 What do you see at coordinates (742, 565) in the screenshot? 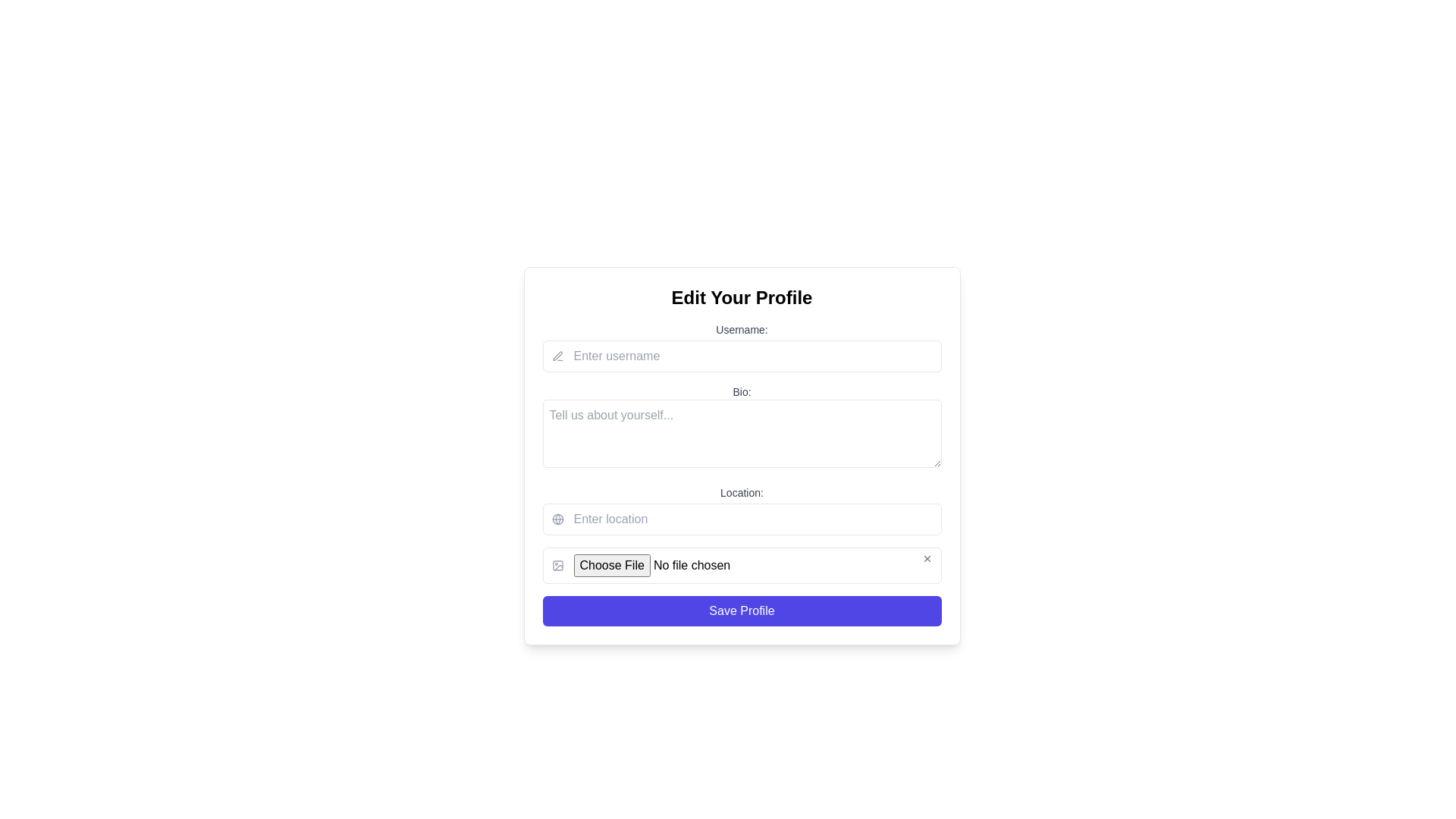
I see `the 'Choose File' button in the file input component` at bounding box center [742, 565].